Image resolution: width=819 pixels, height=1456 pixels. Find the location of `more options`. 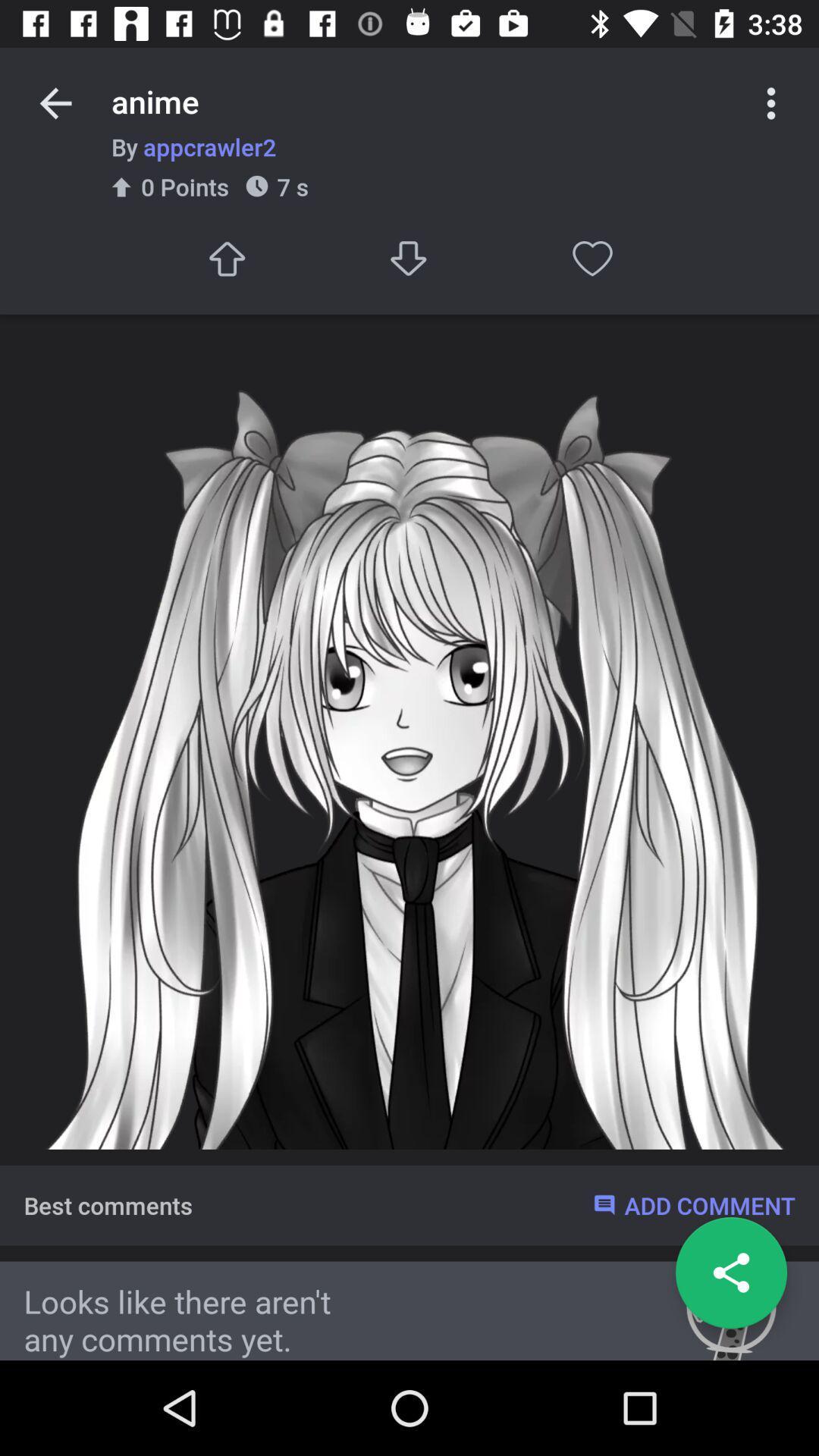

more options is located at coordinates (771, 102).